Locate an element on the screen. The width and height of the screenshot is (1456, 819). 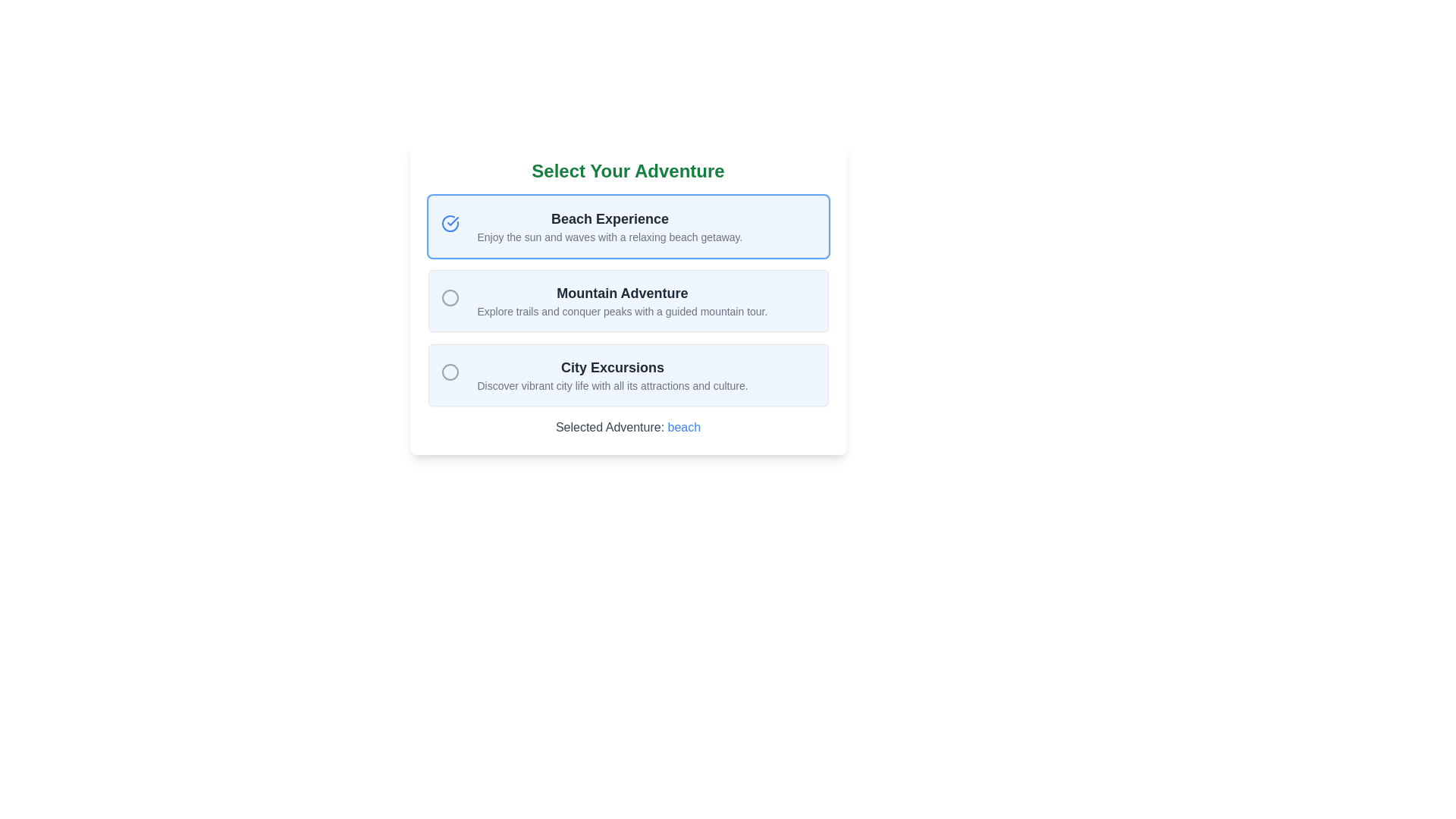
the static text label displaying 'beach' in blue font, located within the 'Selected Adventure' summary at the bottom of a card-like layout is located at coordinates (683, 427).